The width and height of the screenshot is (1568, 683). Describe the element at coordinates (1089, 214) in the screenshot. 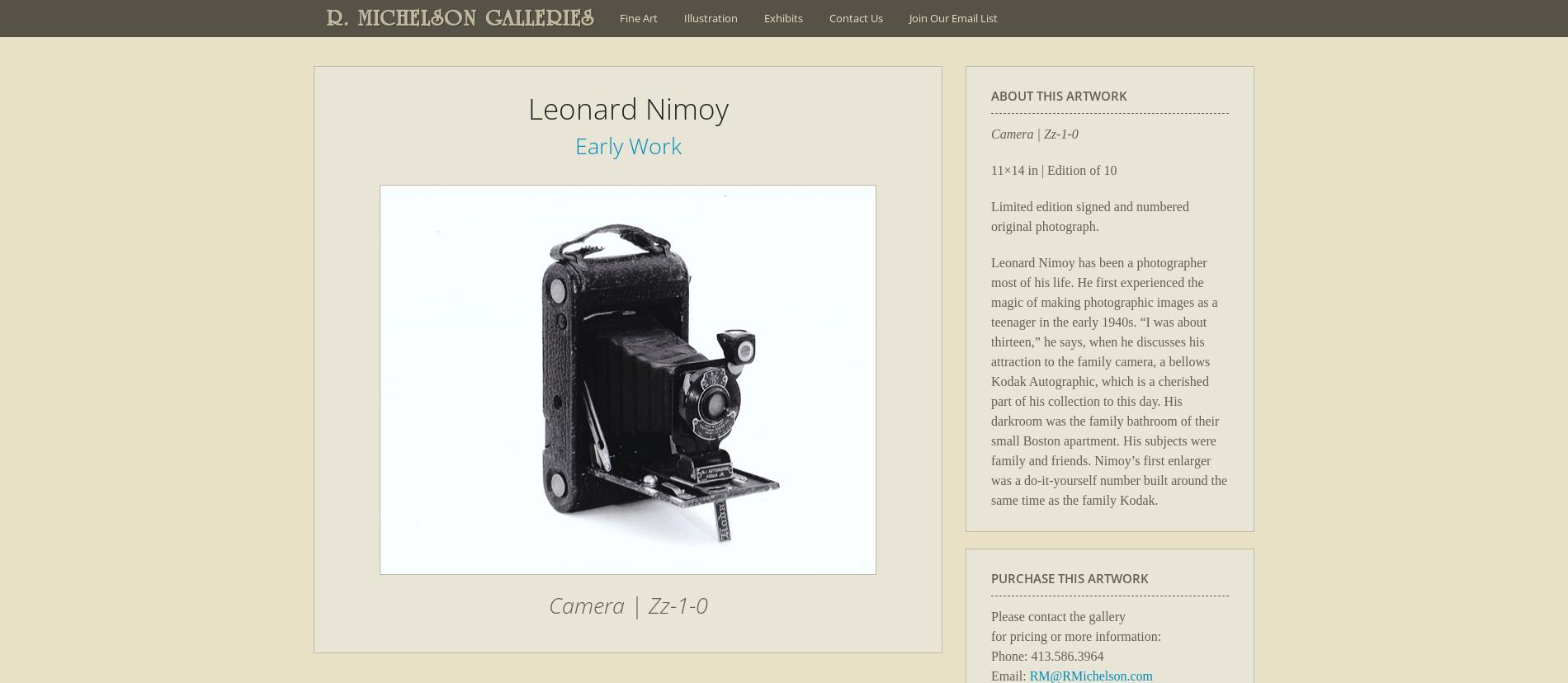

I see `'Limited edition signed and numbered original photograph.'` at that location.